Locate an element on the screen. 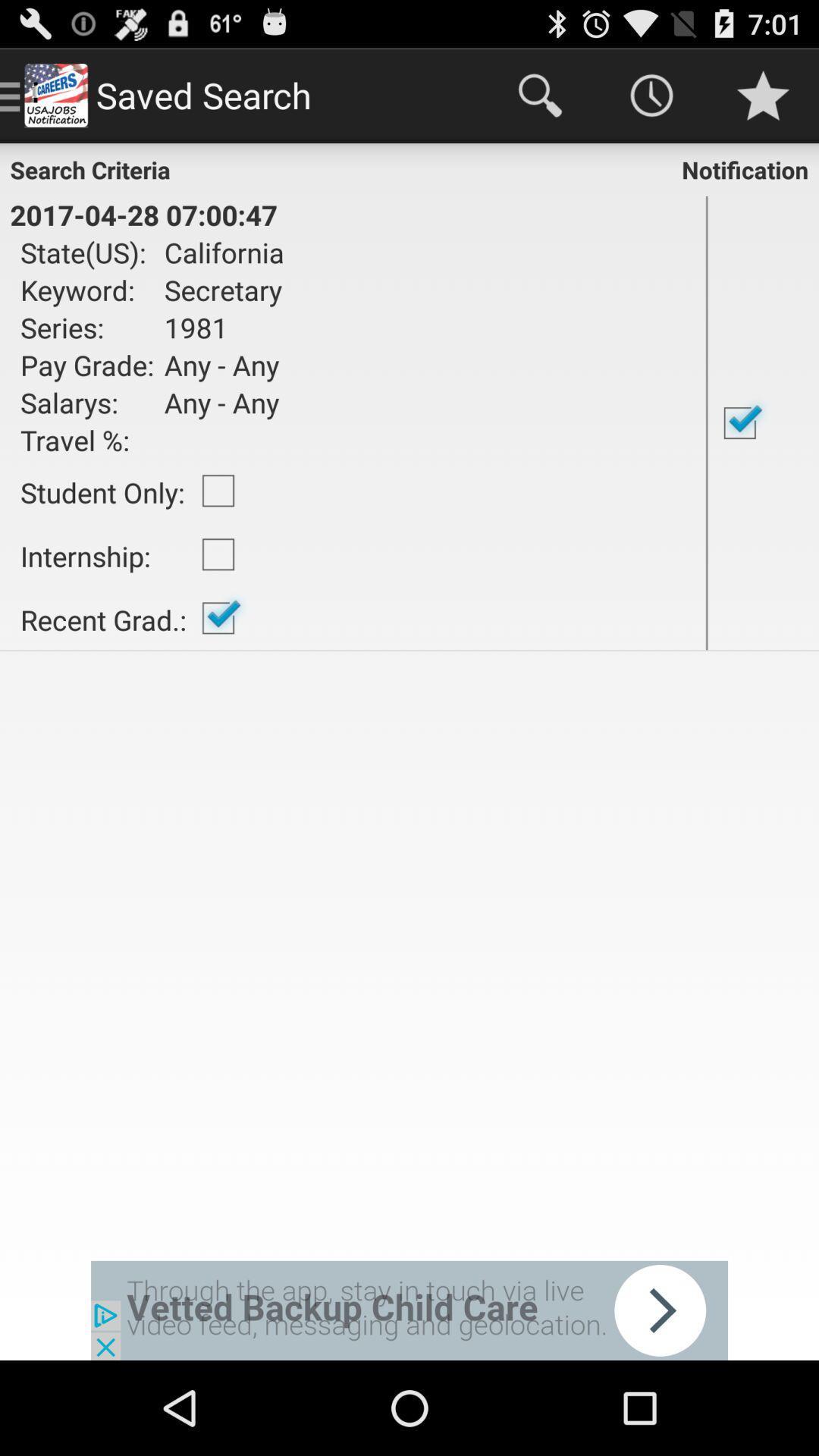 This screenshot has width=819, height=1456. notification on button is located at coordinates (763, 422).